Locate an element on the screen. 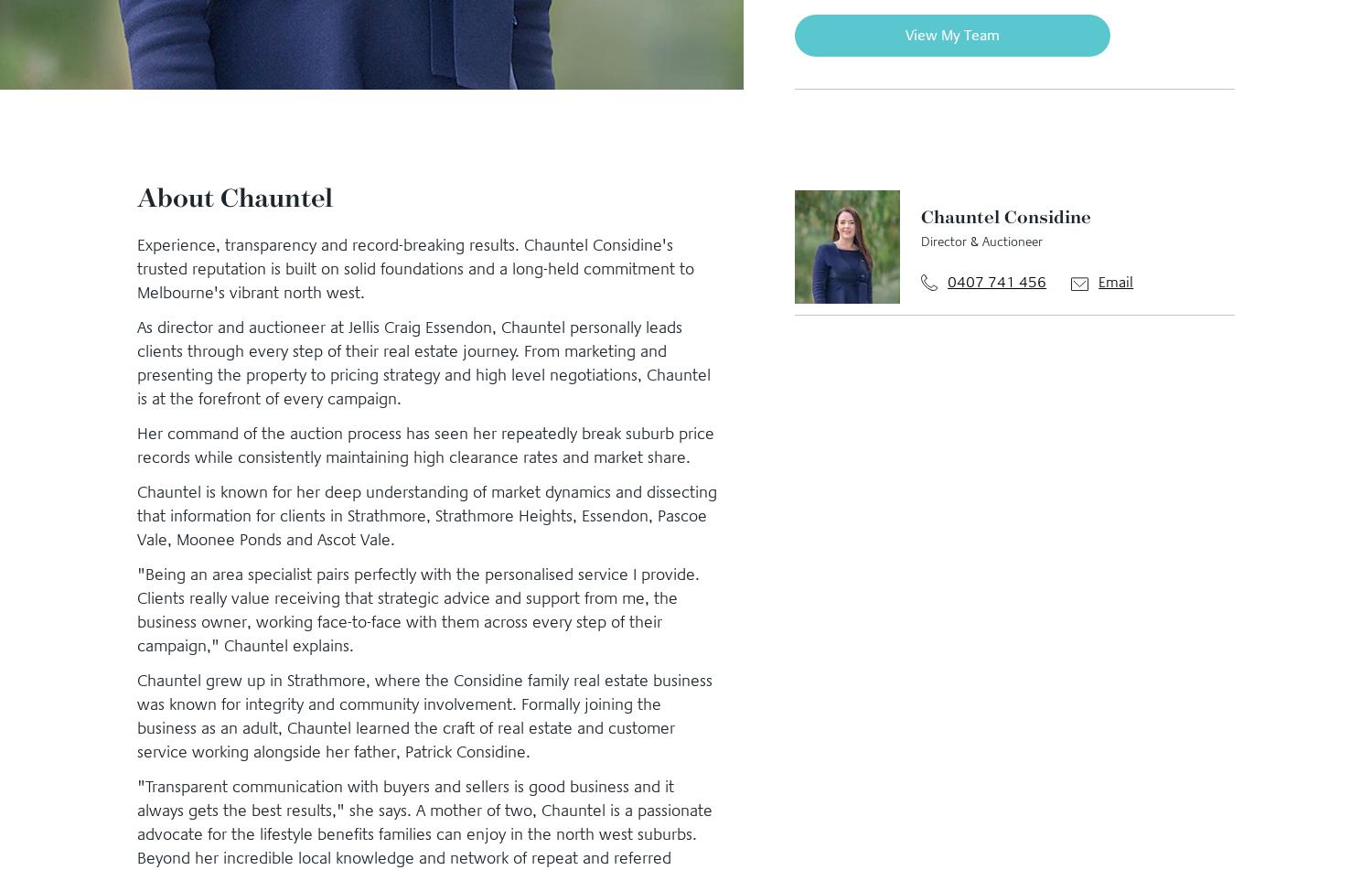 This screenshot has height=870, width=1372. 'Chauntel Considine' is located at coordinates (1004, 214).